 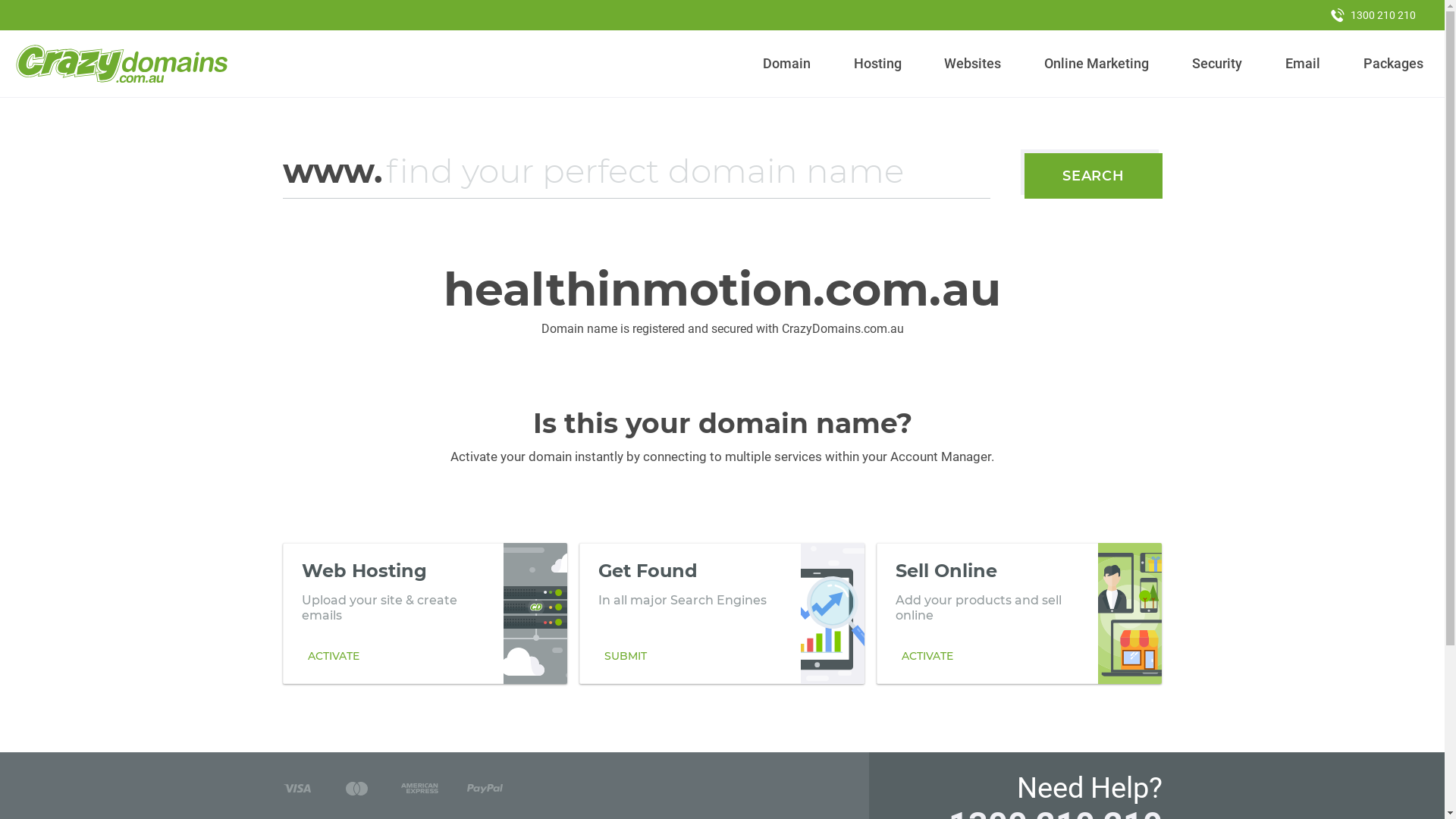 What do you see at coordinates (1093, 174) in the screenshot?
I see `'SEARCH'` at bounding box center [1093, 174].